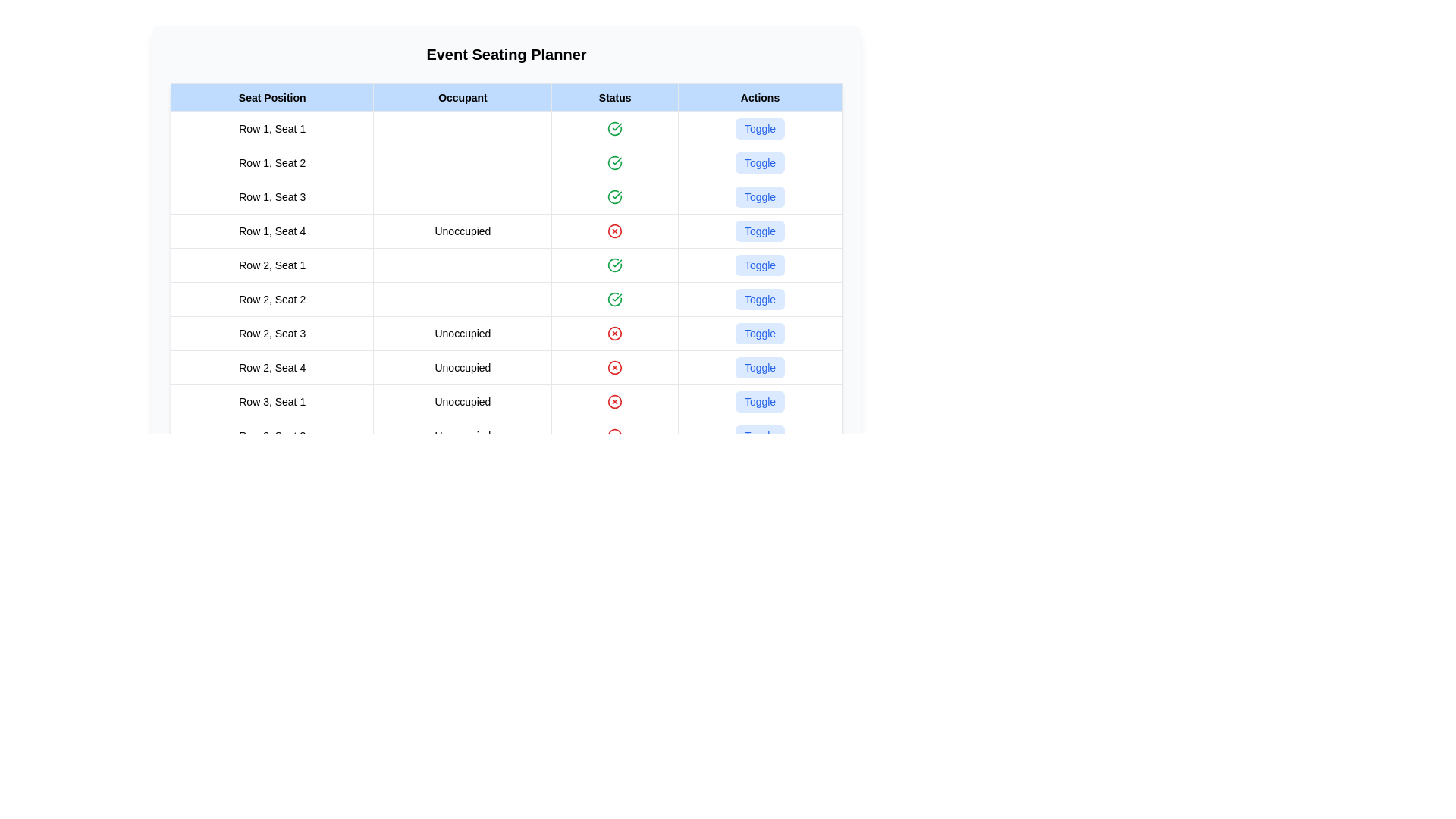 The height and width of the screenshot is (819, 1456). I want to click on the static text label displaying the occupancy status of 'Row 1, Seat 4', which indicates that the seat is currently 'Unoccupied', so click(462, 231).